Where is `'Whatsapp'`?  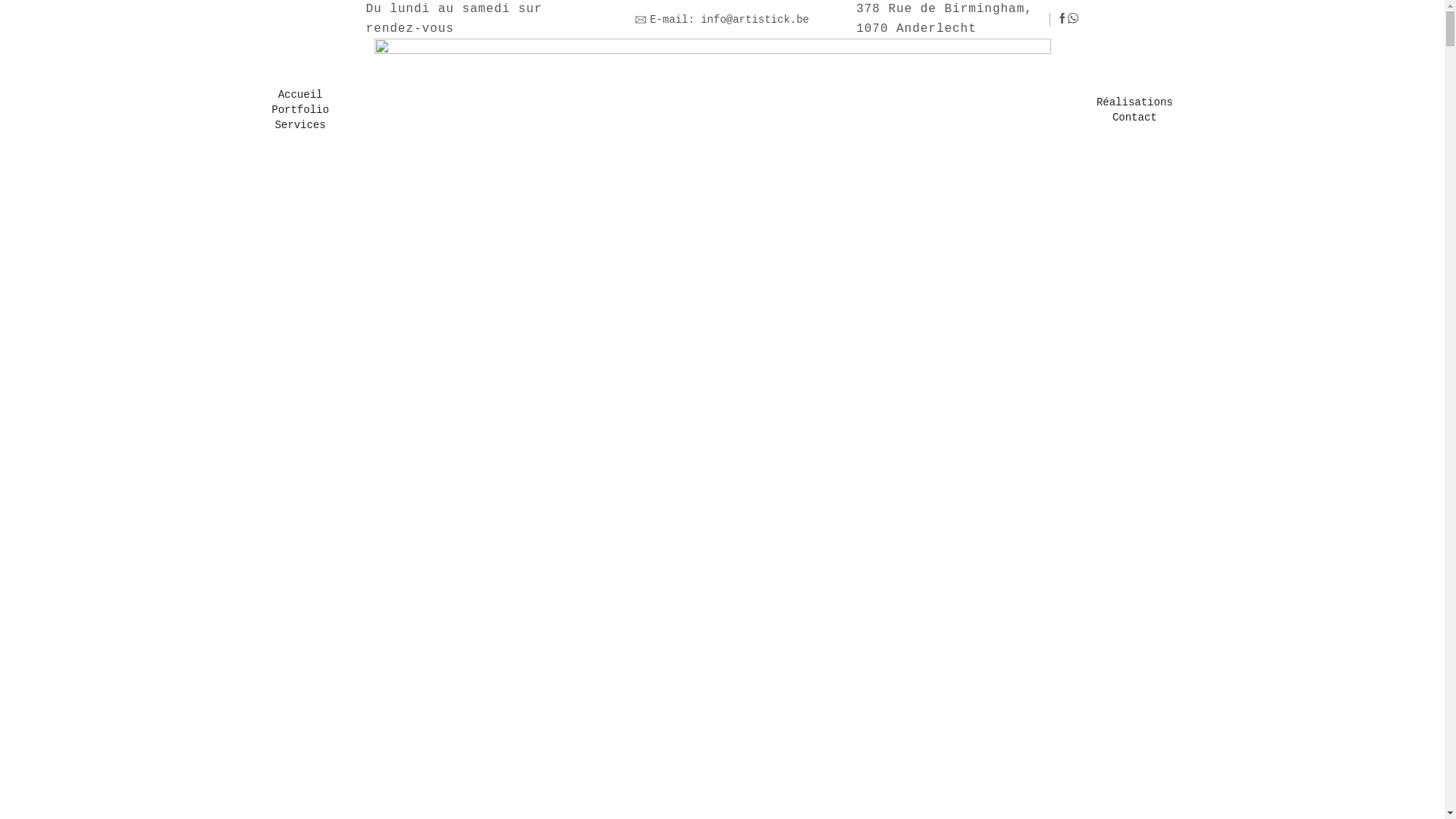 'Whatsapp' is located at coordinates (1066, 19).